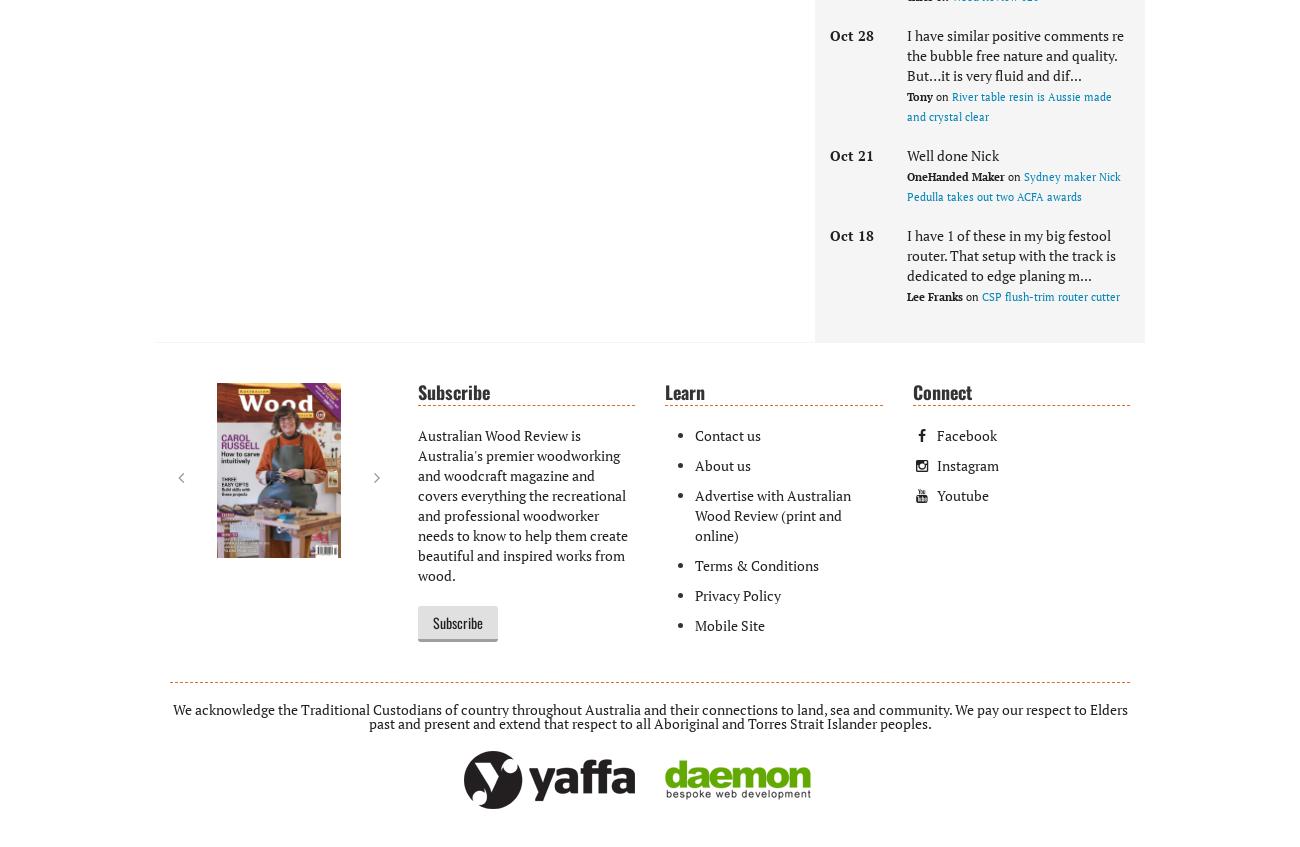  I want to click on 'Tony', so click(920, 96).